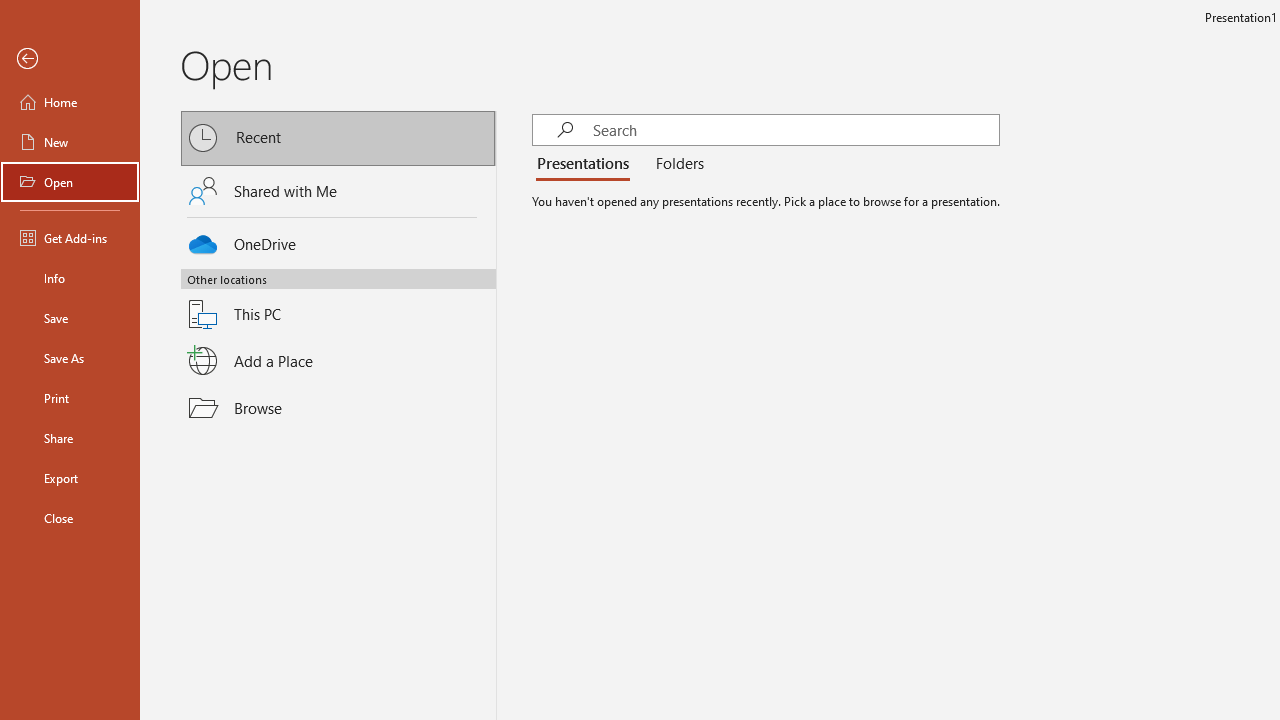  I want to click on 'Shared with Me', so click(338, 191).